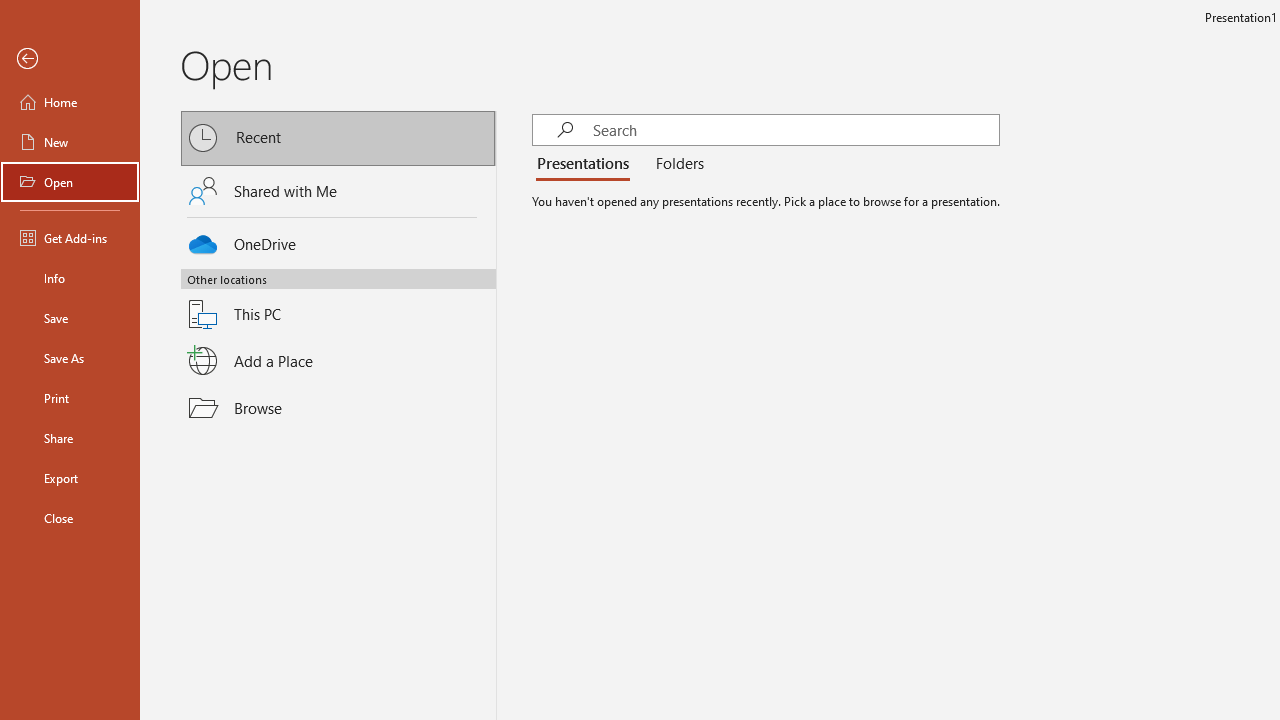  I want to click on 'Shared with Me', so click(338, 191).